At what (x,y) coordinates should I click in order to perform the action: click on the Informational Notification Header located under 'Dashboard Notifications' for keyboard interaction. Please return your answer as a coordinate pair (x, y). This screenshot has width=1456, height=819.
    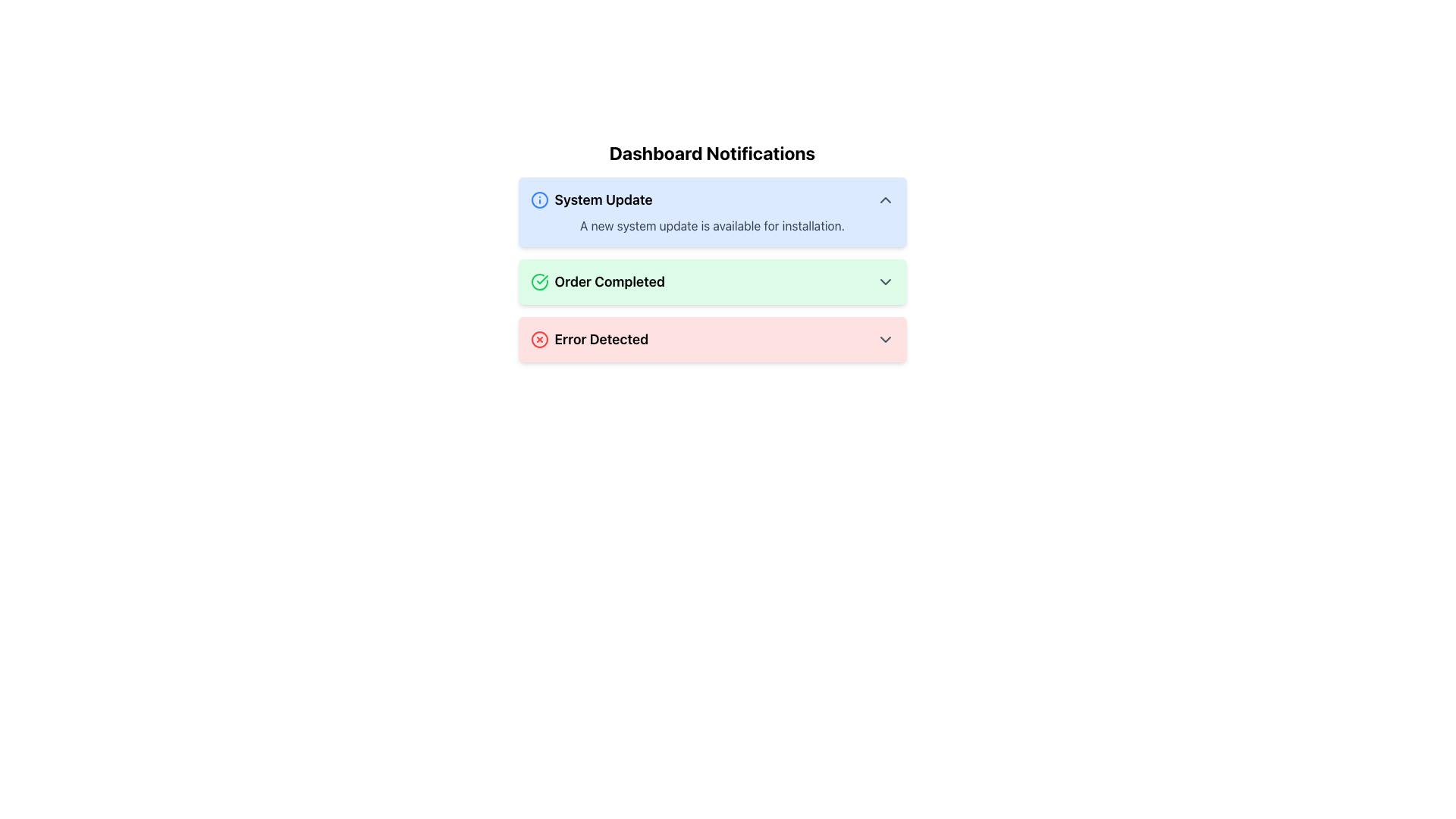
    Looking at the image, I should click on (591, 199).